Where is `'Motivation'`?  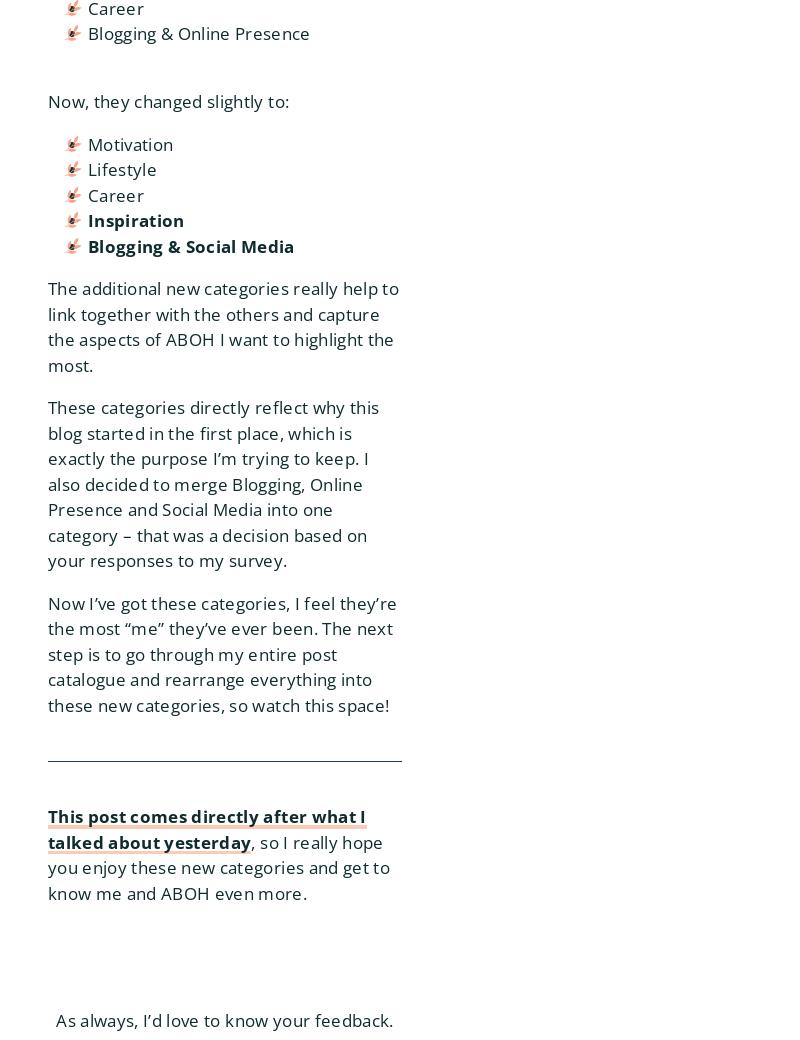
'Motivation' is located at coordinates (129, 143).